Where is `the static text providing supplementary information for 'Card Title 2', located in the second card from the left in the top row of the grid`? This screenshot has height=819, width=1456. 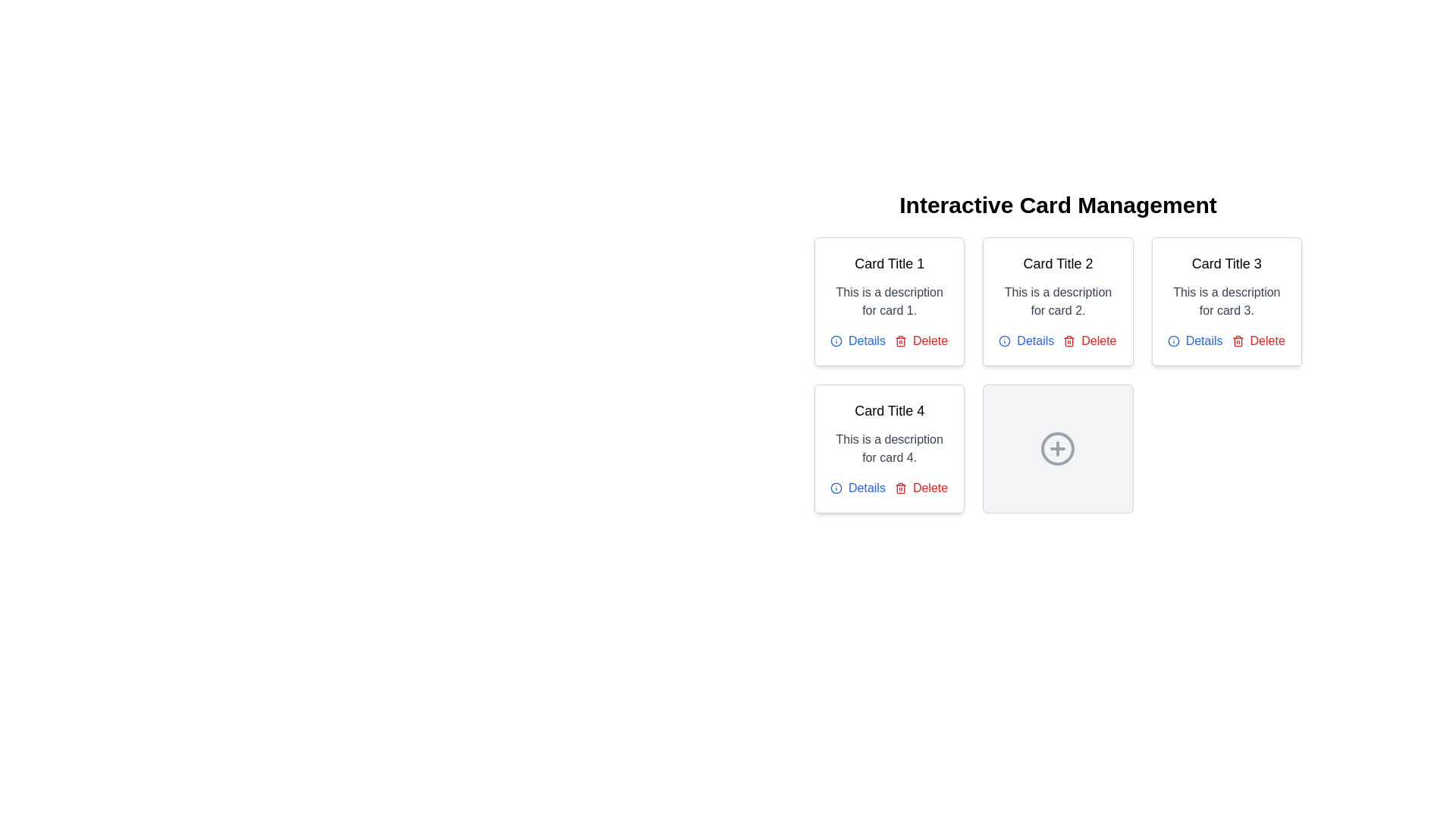
the static text providing supplementary information for 'Card Title 2', located in the second card from the left in the top row of the grid is located at coordinates (1057, 301).